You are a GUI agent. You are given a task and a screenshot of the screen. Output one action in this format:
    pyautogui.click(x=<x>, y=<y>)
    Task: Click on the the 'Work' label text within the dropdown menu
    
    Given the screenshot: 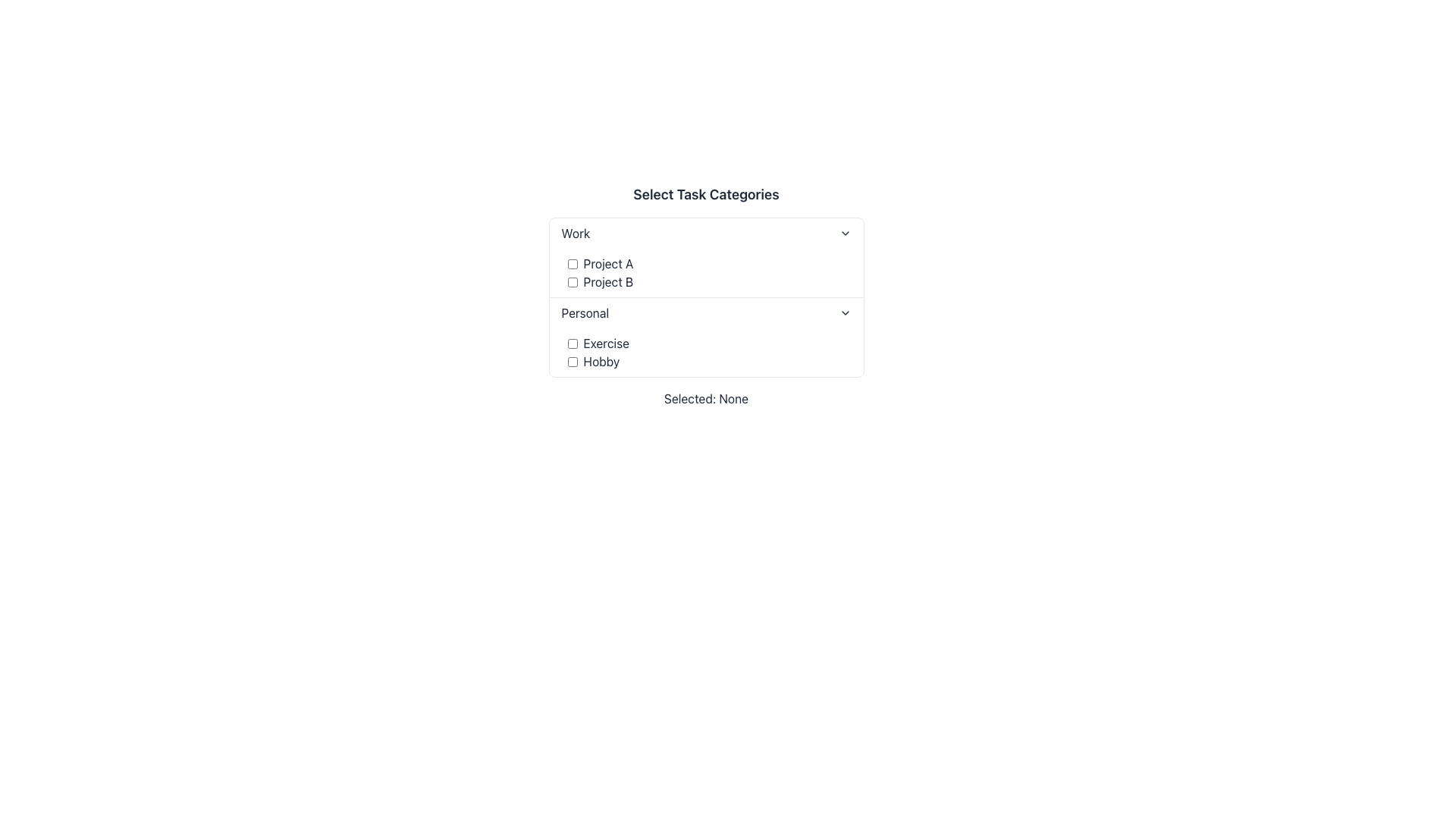 What is the action you would take?
    pyautogui.click(x=575, y=234)
    